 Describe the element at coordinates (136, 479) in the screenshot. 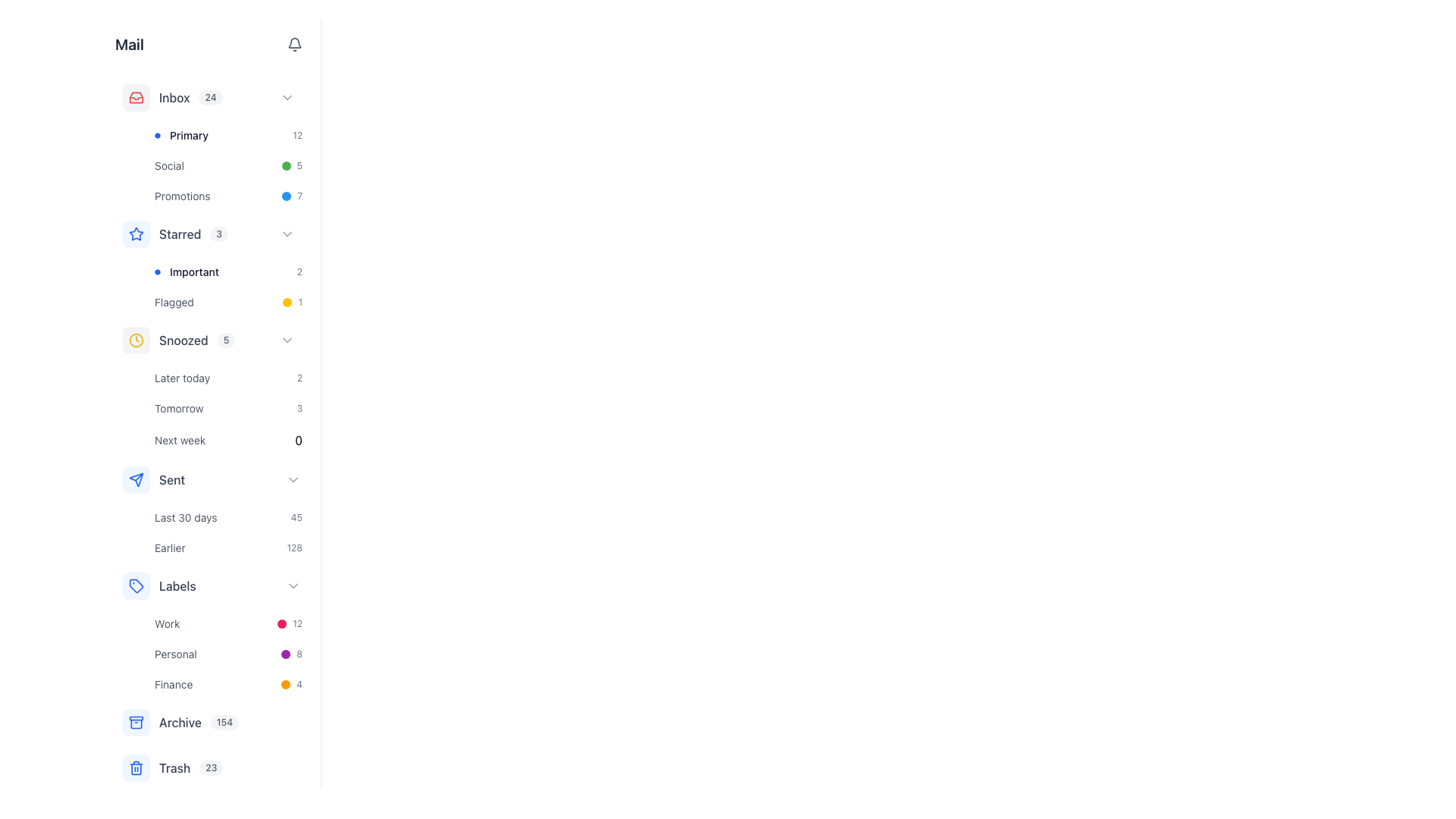

I see `the paper plane icon in the sidebar navigation, which is styled as a button with a light blue background and is positioned to the left of the 'Sent' label` at that location.